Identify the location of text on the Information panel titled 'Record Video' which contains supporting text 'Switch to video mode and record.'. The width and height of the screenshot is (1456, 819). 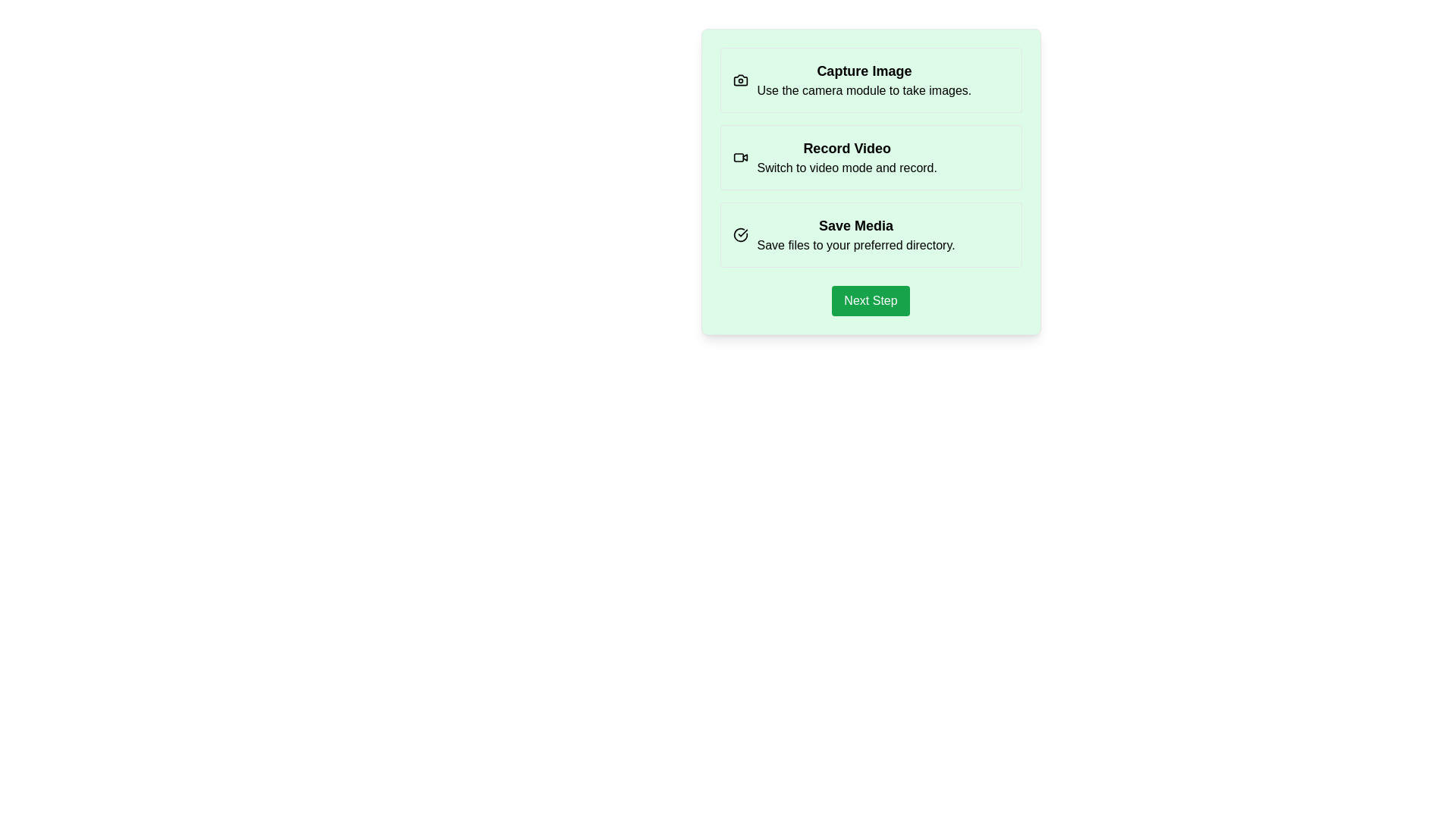
(846, 158).